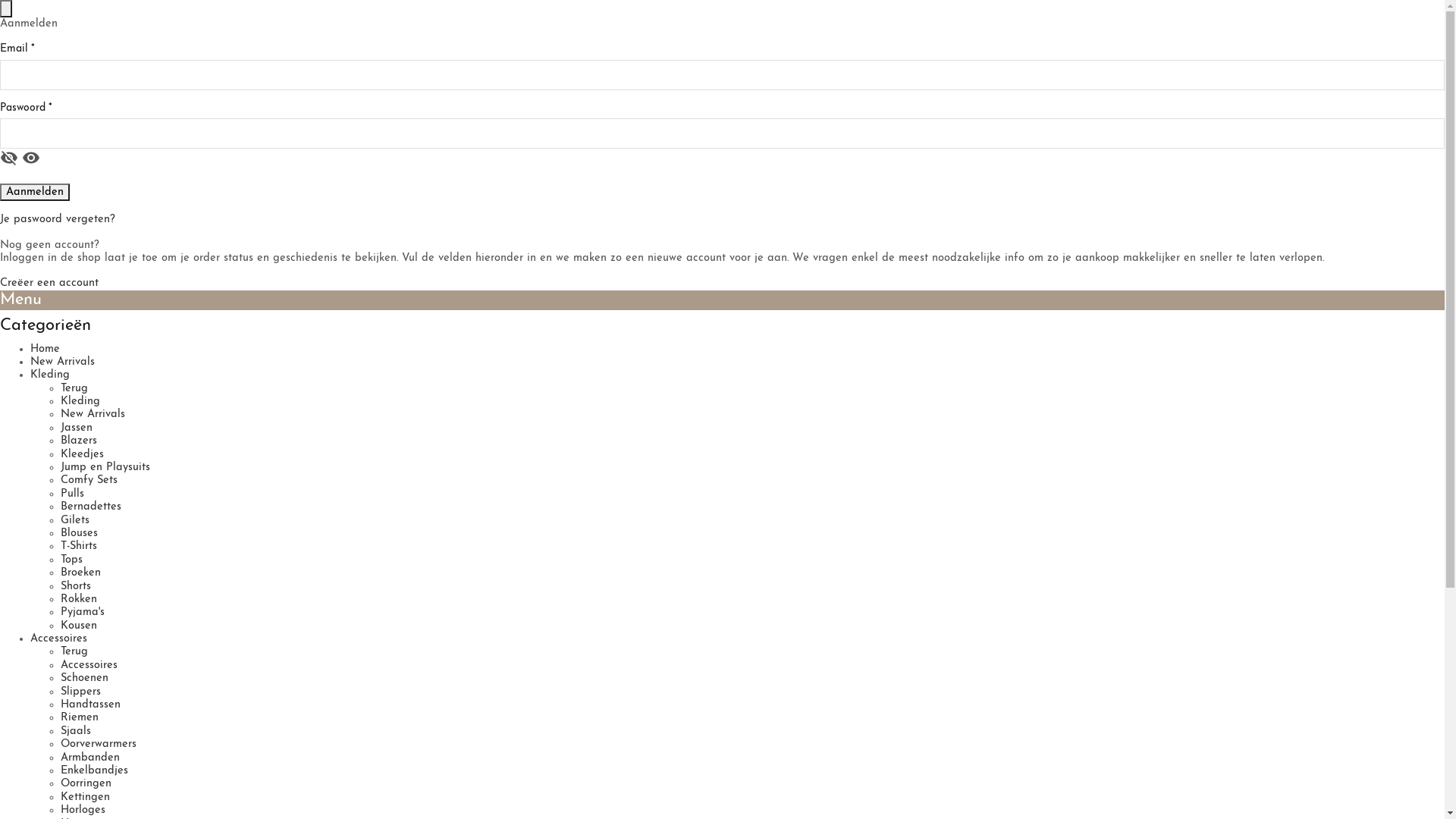  What do you see at coordinates (81, 453) in the screenshot?
I see `'Kleedjes'` at bounding box center [81, 453].